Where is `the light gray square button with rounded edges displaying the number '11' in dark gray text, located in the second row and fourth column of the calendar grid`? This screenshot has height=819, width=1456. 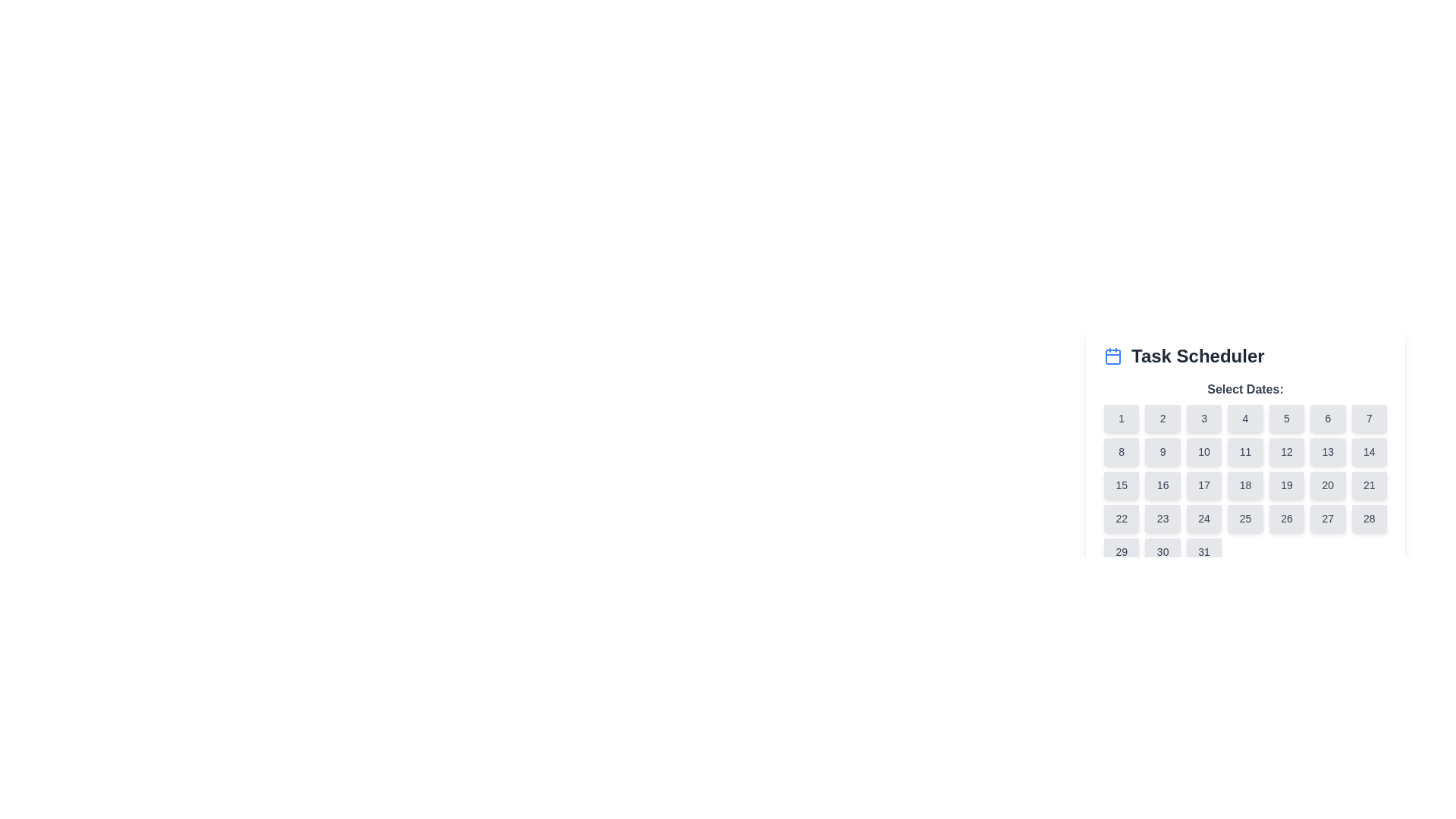 the light gray square button with rounded edges displaying the number '11' in dark gray text, located in the second row and fourth column of the calendar grid is located at coordinates (1245, 451).